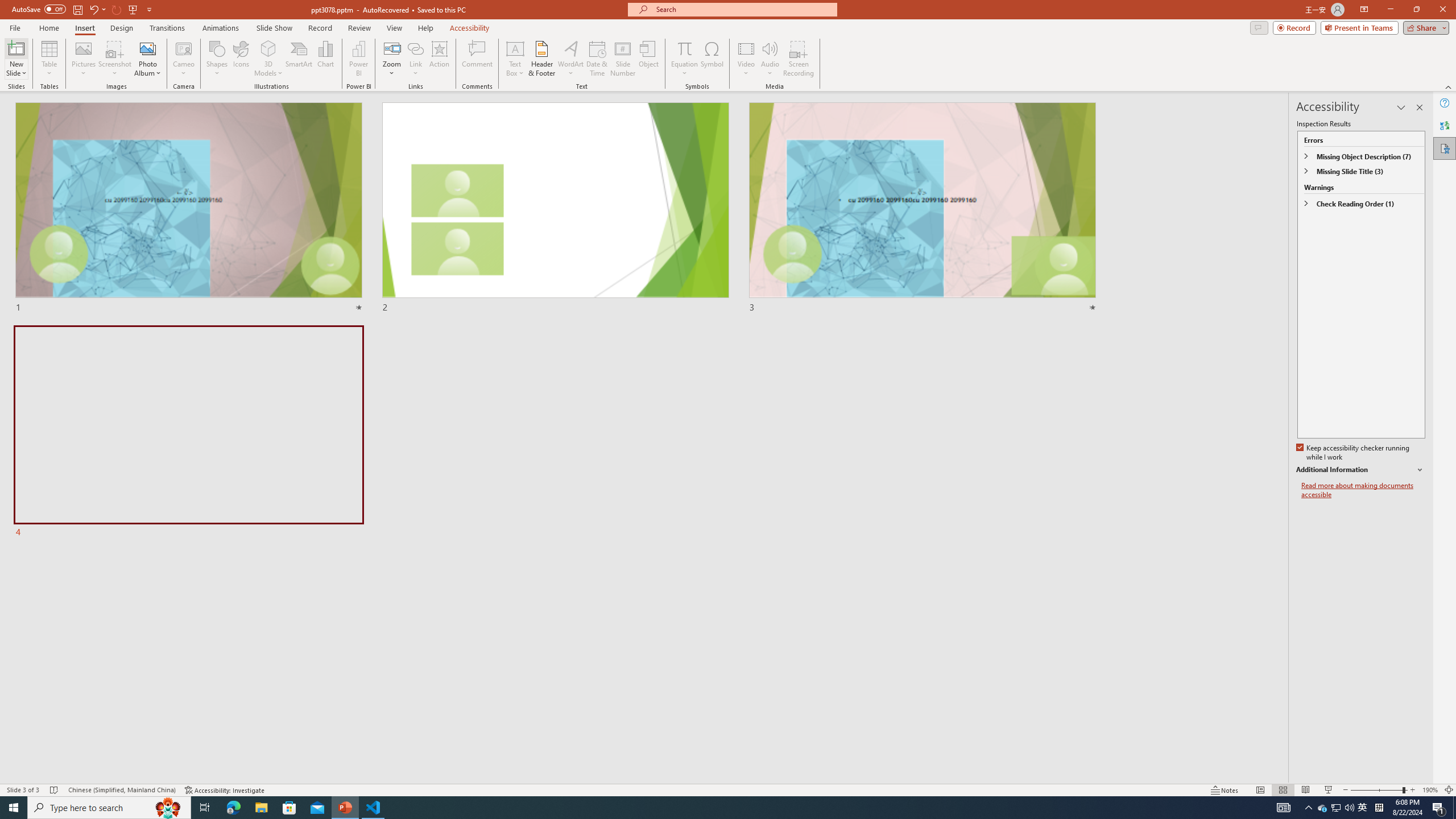  What do you see at coordinates (268, 48) in the screenshot?
I see `'3D Models'` at bounding box center [268, 48].